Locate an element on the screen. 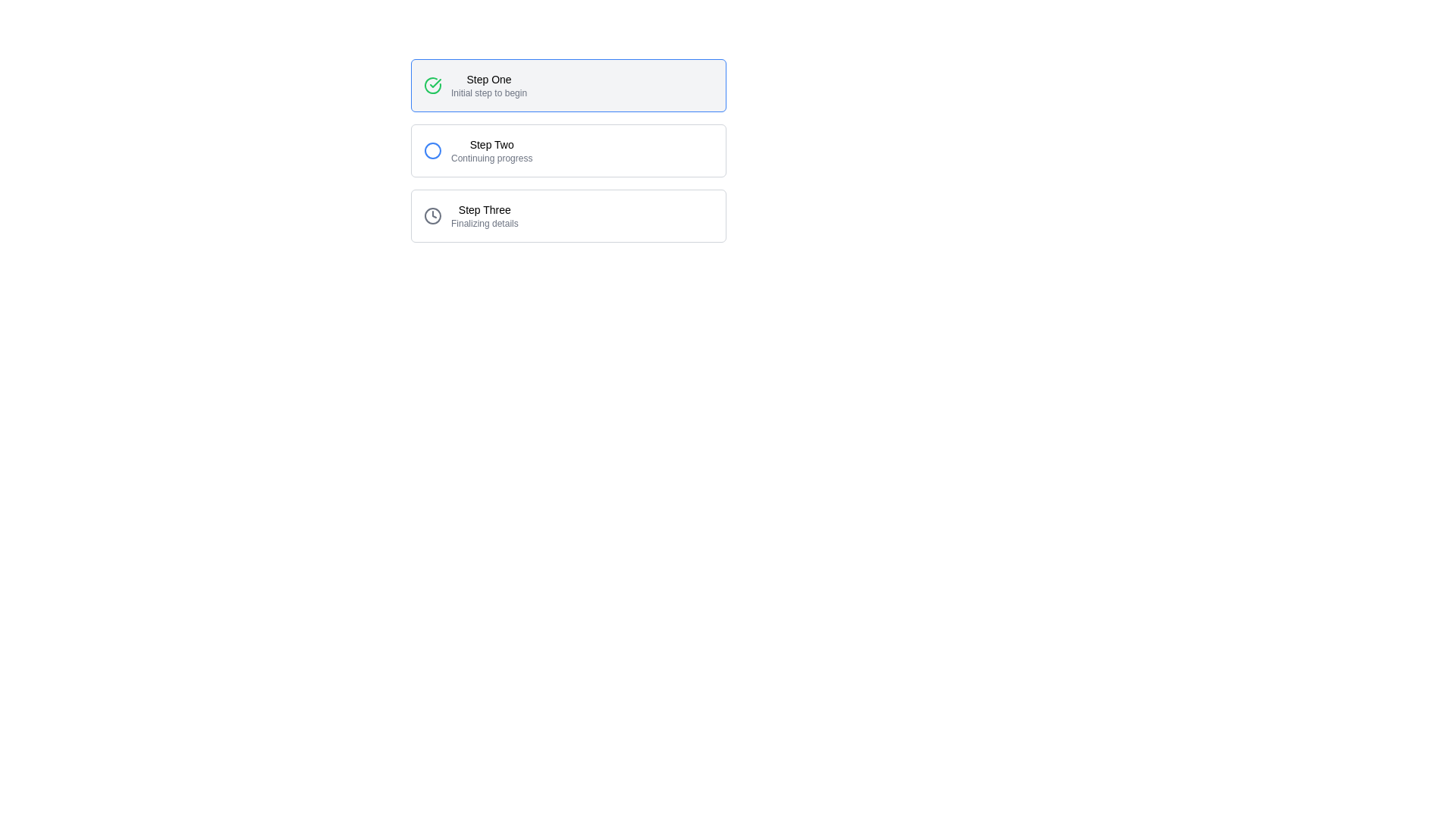 The width and height of the screenshot is (1456, 819). the 'Step Two' text label is located at coordinates (491, 151).